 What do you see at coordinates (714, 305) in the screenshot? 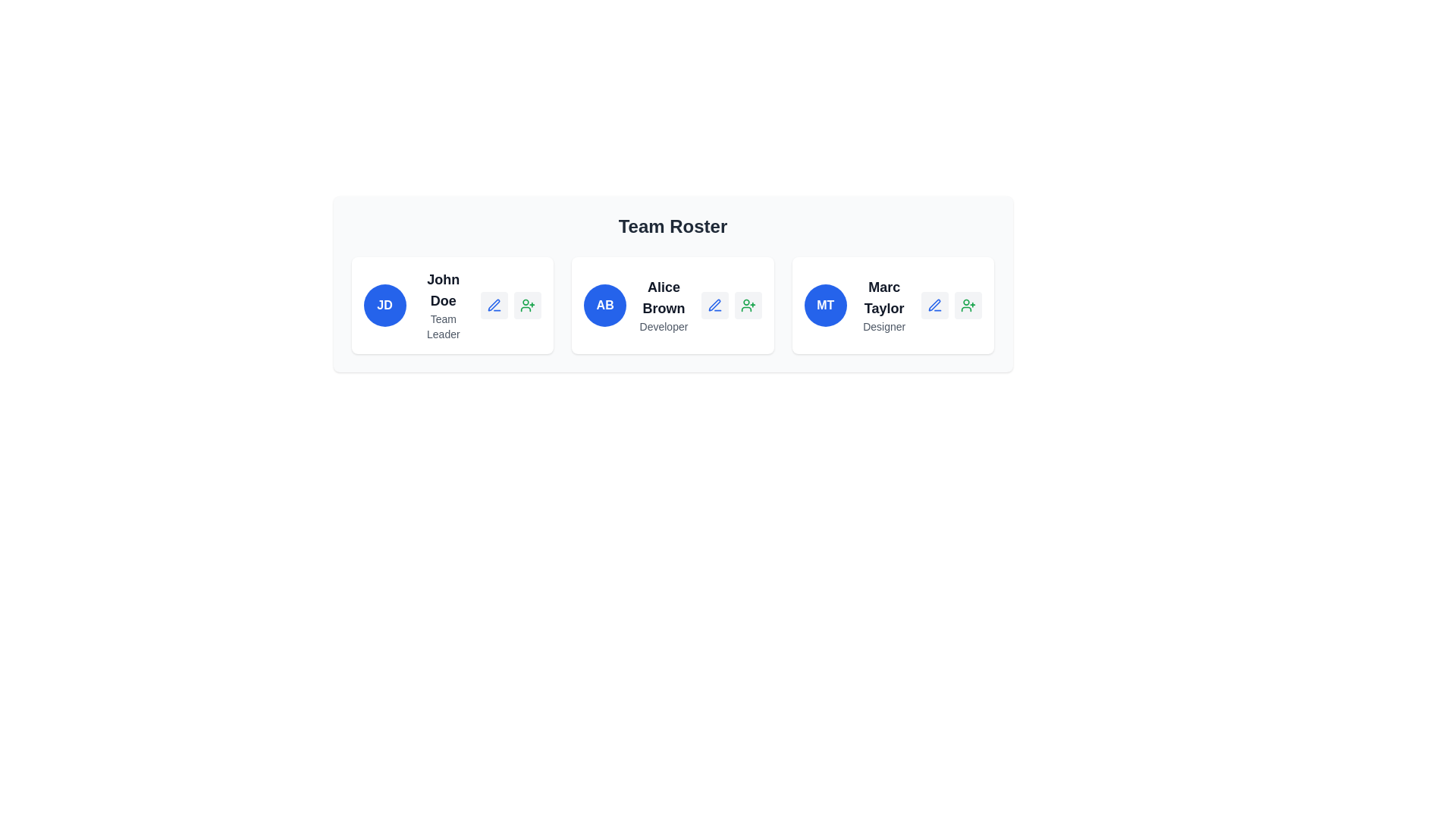
I see `the edit button located under the 'Alice Brown' profile in the team roster section to initiate an edit action` at bounding box center [714, 305].